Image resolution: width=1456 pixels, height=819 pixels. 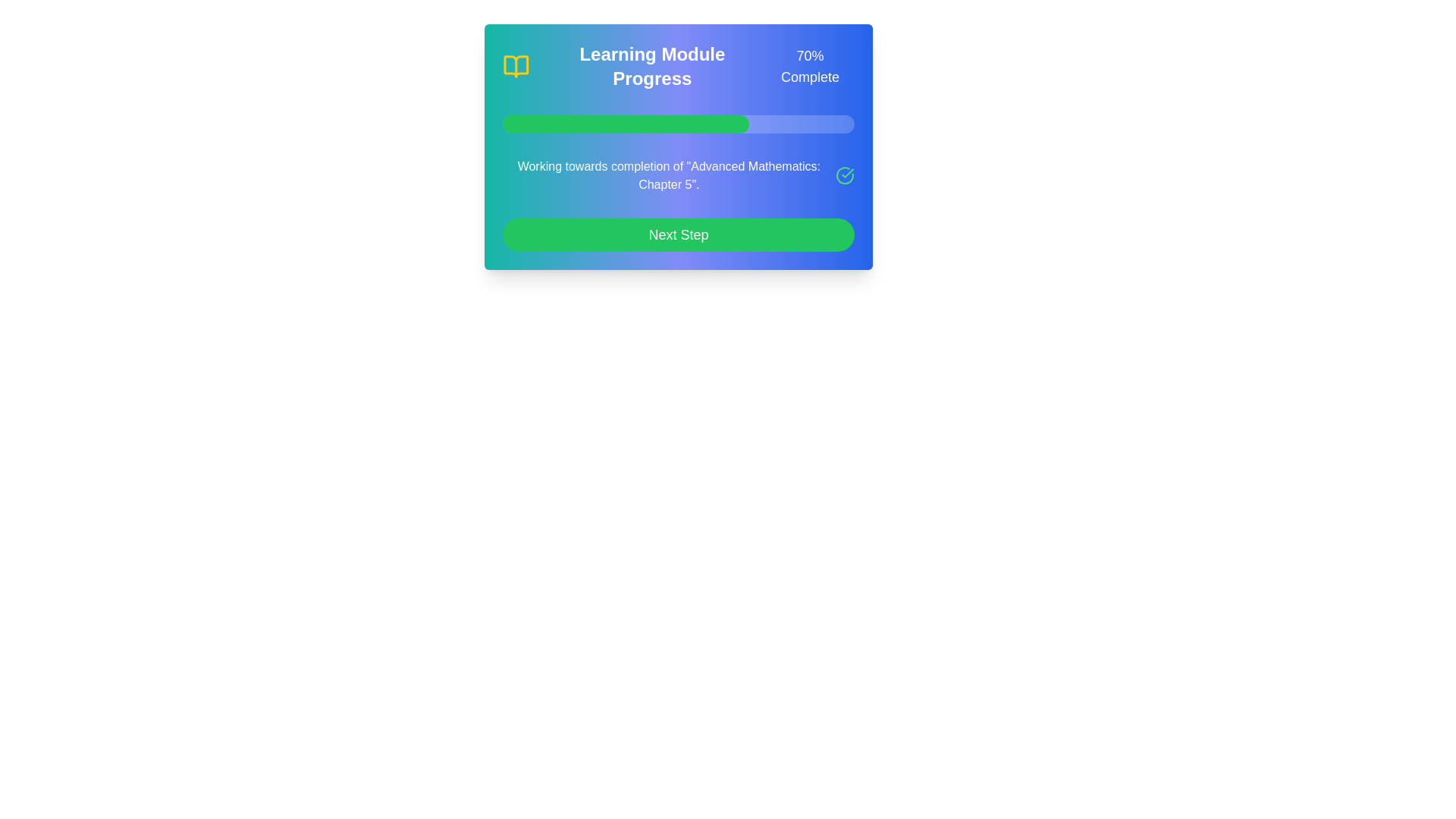 What do you see at coordinates (652, 66) in the screenshot?
I see `the text label that serves as the title for the module's progress overview section to interact with the surrounding elements` at bounding box center [652, 66].